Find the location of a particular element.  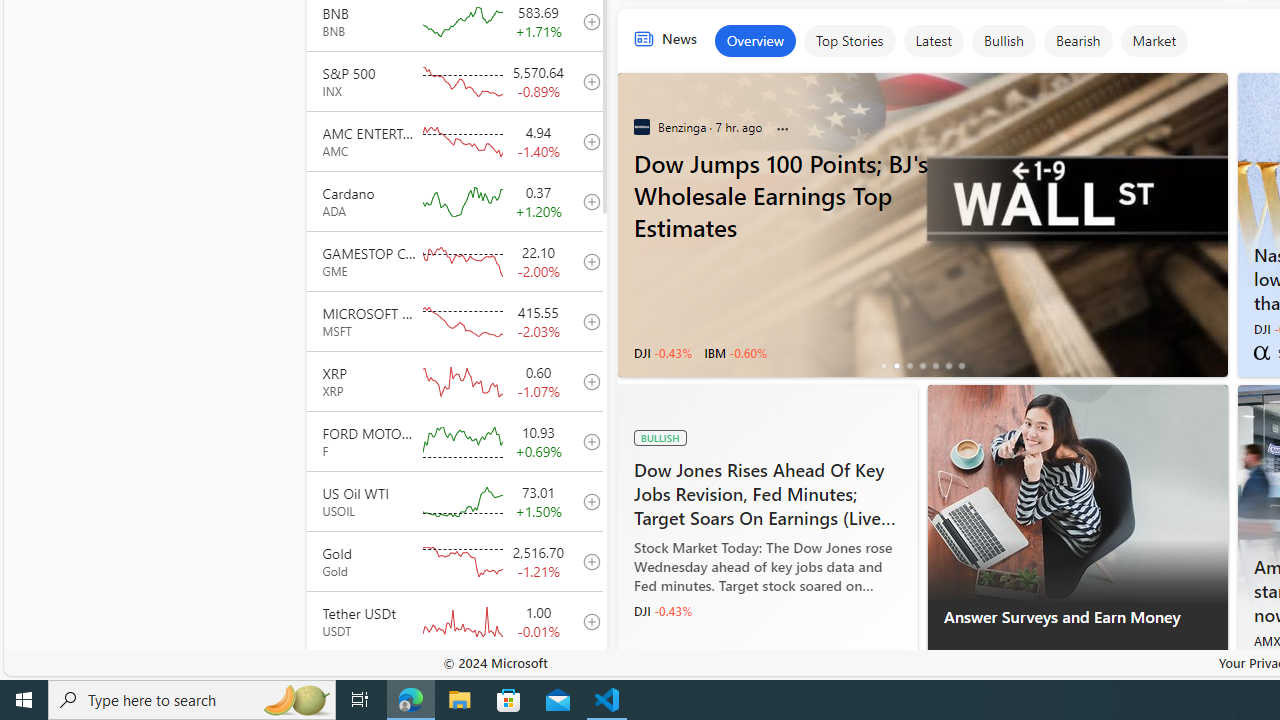

'Bearish' is located at coordinates (1077, 41).